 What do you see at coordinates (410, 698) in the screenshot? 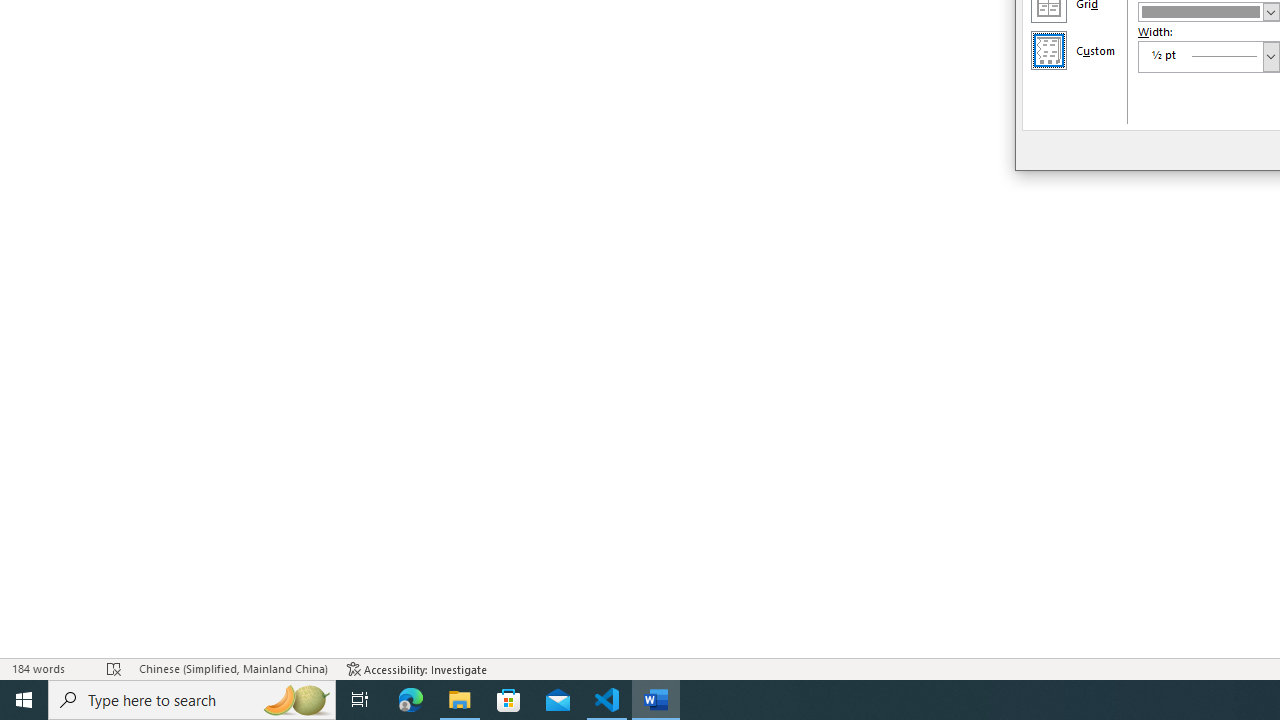
I see `'Microsoft Edge'` at bounding box center [410, 698].